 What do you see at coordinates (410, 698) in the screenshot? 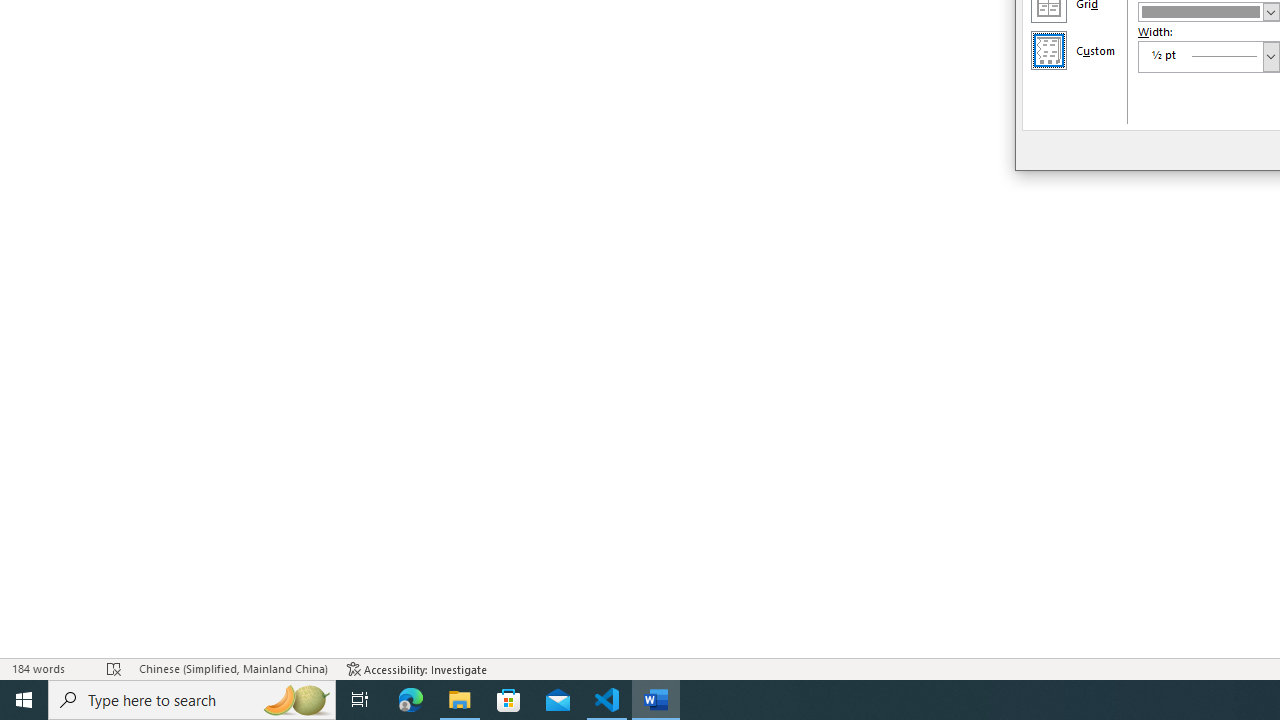
I see `'Microsoft Edge'` at bounding box center [410, 698].